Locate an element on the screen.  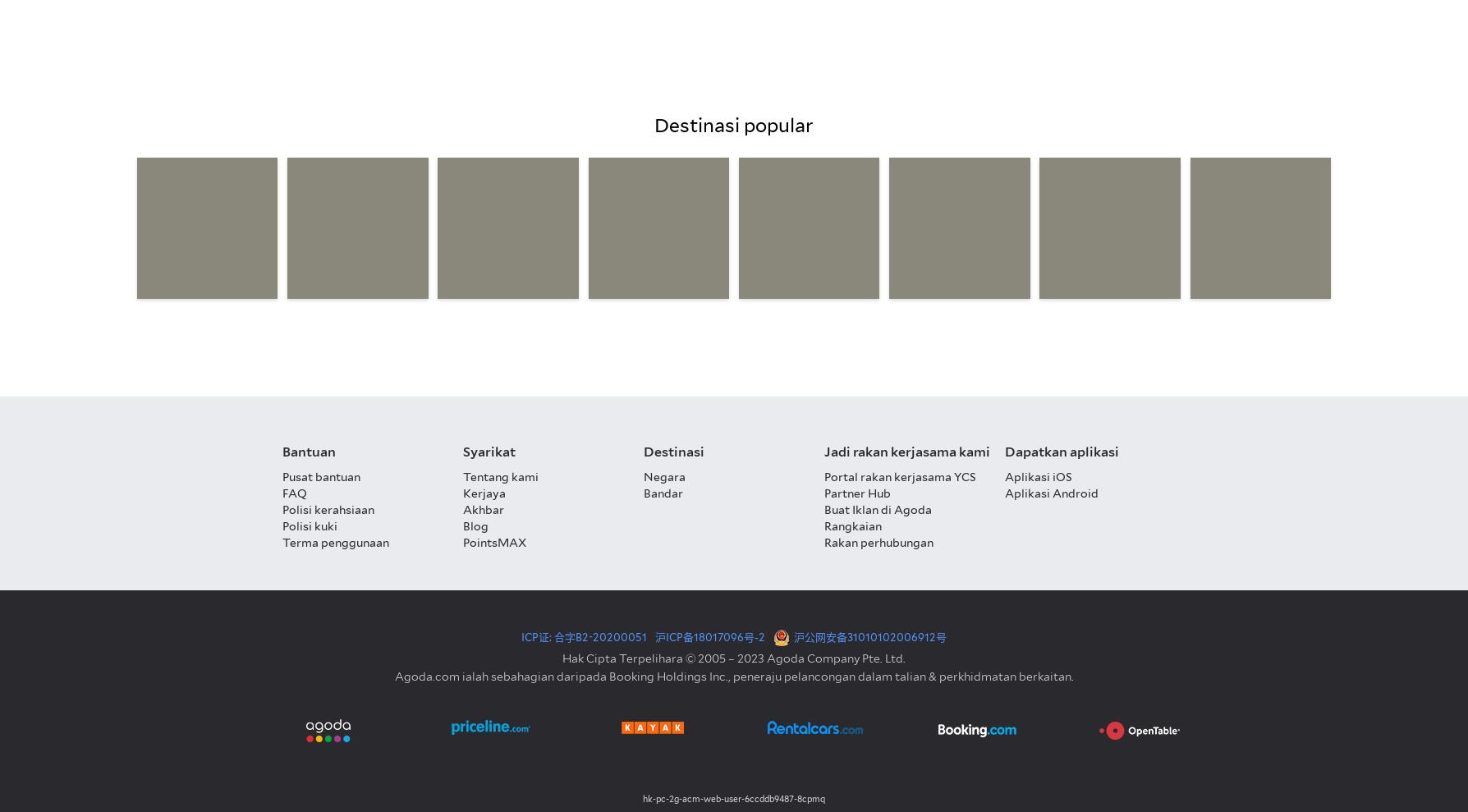
'PointsMAX' is located at coordinates (494, 542).